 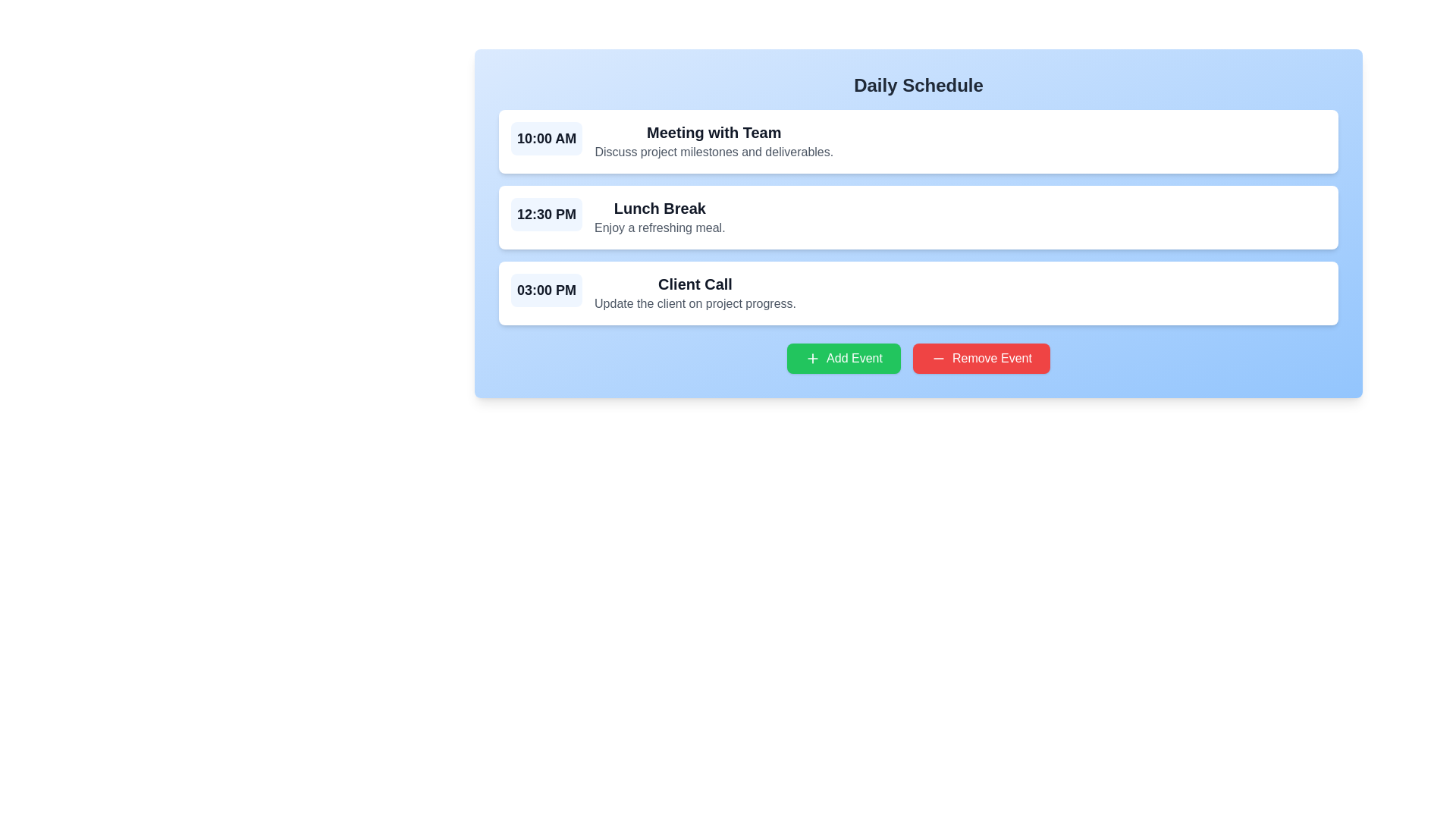 What do you see at coordinates (546, 138) in the screenshot?
I see `the text label displaying '10:00 AM' in bold, large, black font, which is located under the 'Daily Schedule' heading, aligned to the left of the 'Meeting with Team' title and above the 'Lunch Break' entry` at bounding box center [546, 138].